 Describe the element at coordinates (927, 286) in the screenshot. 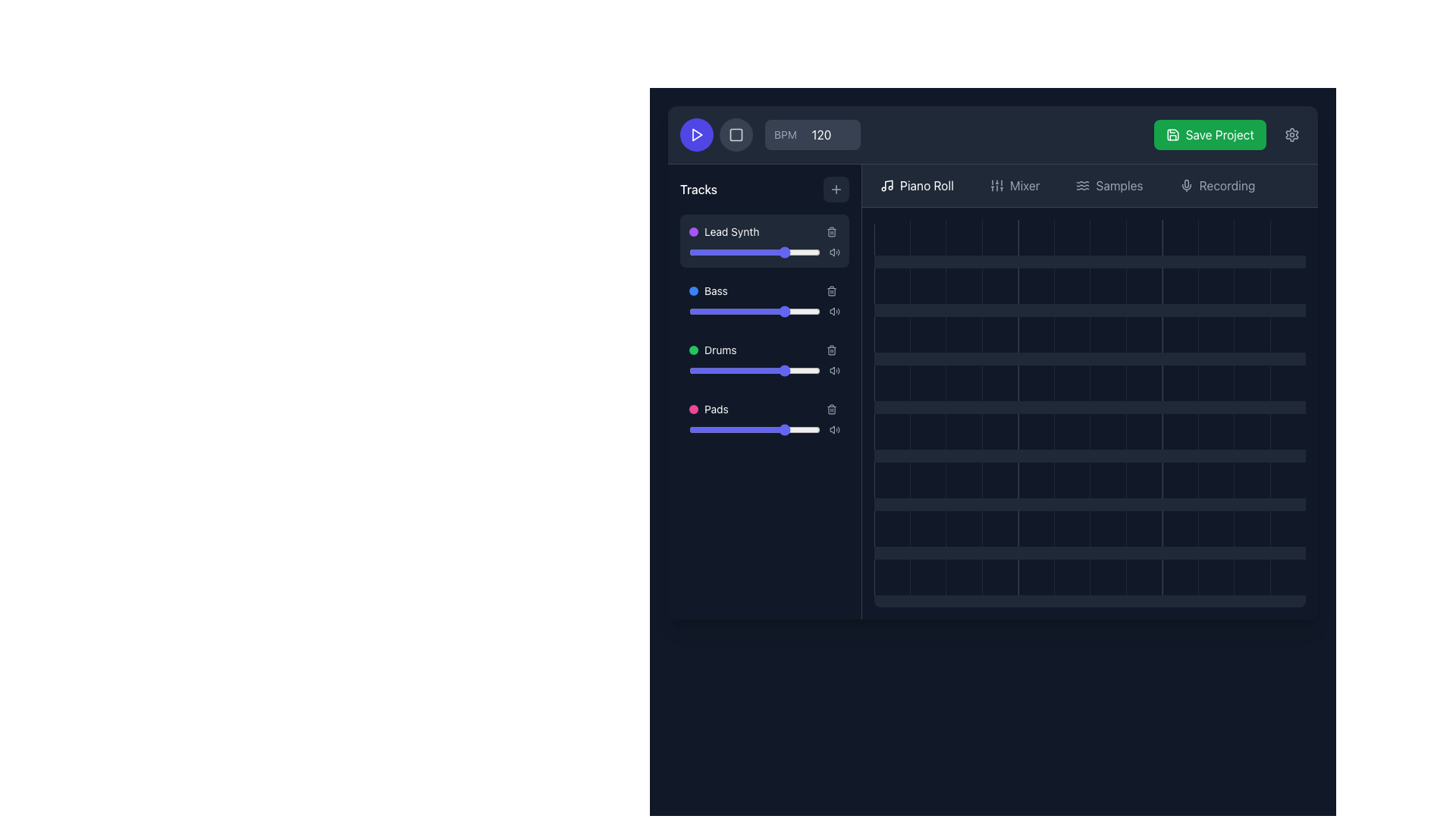

I see `the second square grid cell in the second row of the grid layout, which serves as a visual element for selection indication` at that location.